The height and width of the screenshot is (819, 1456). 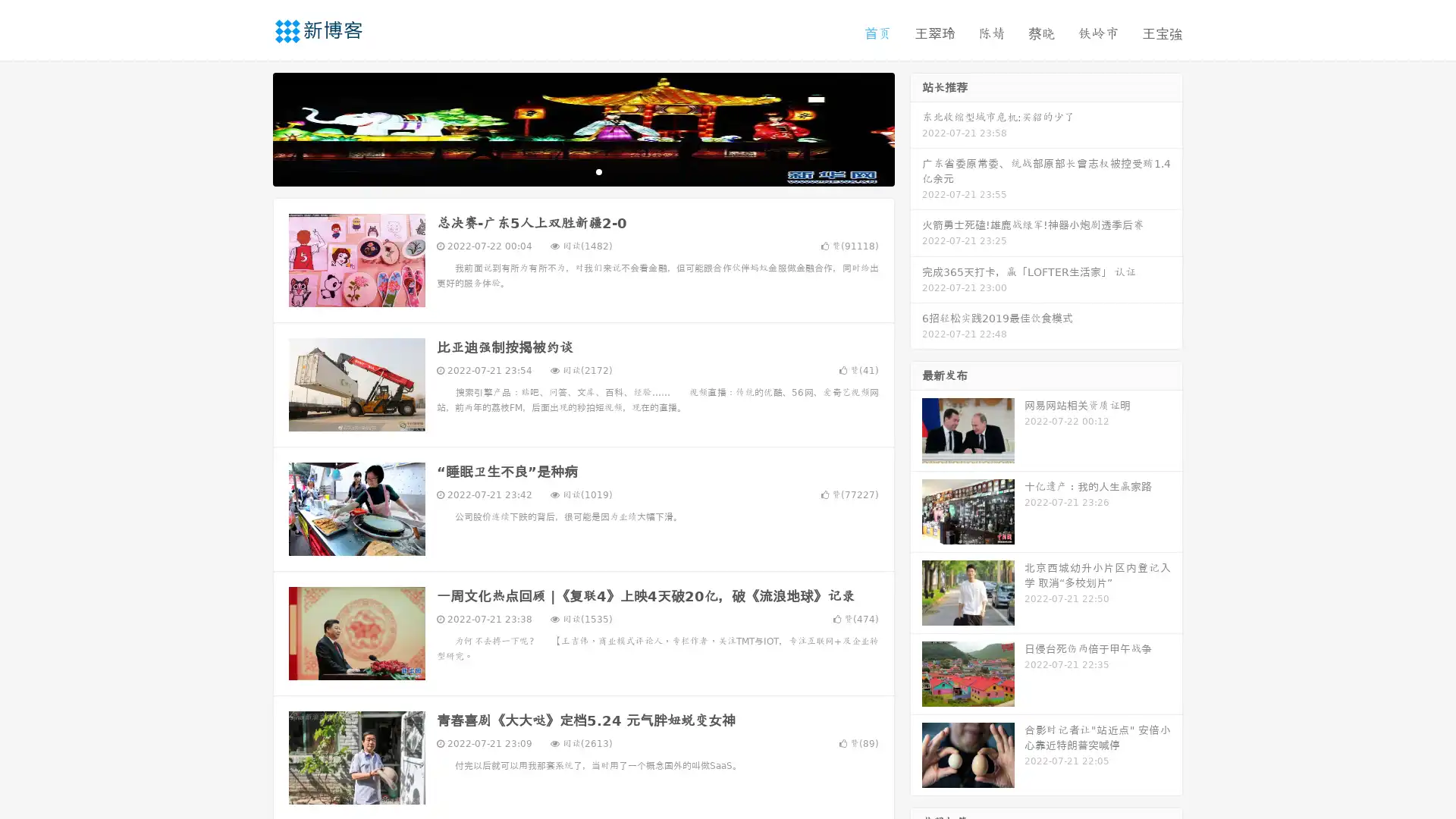 I want to click on Previous slide, so click(x=250, y=127).